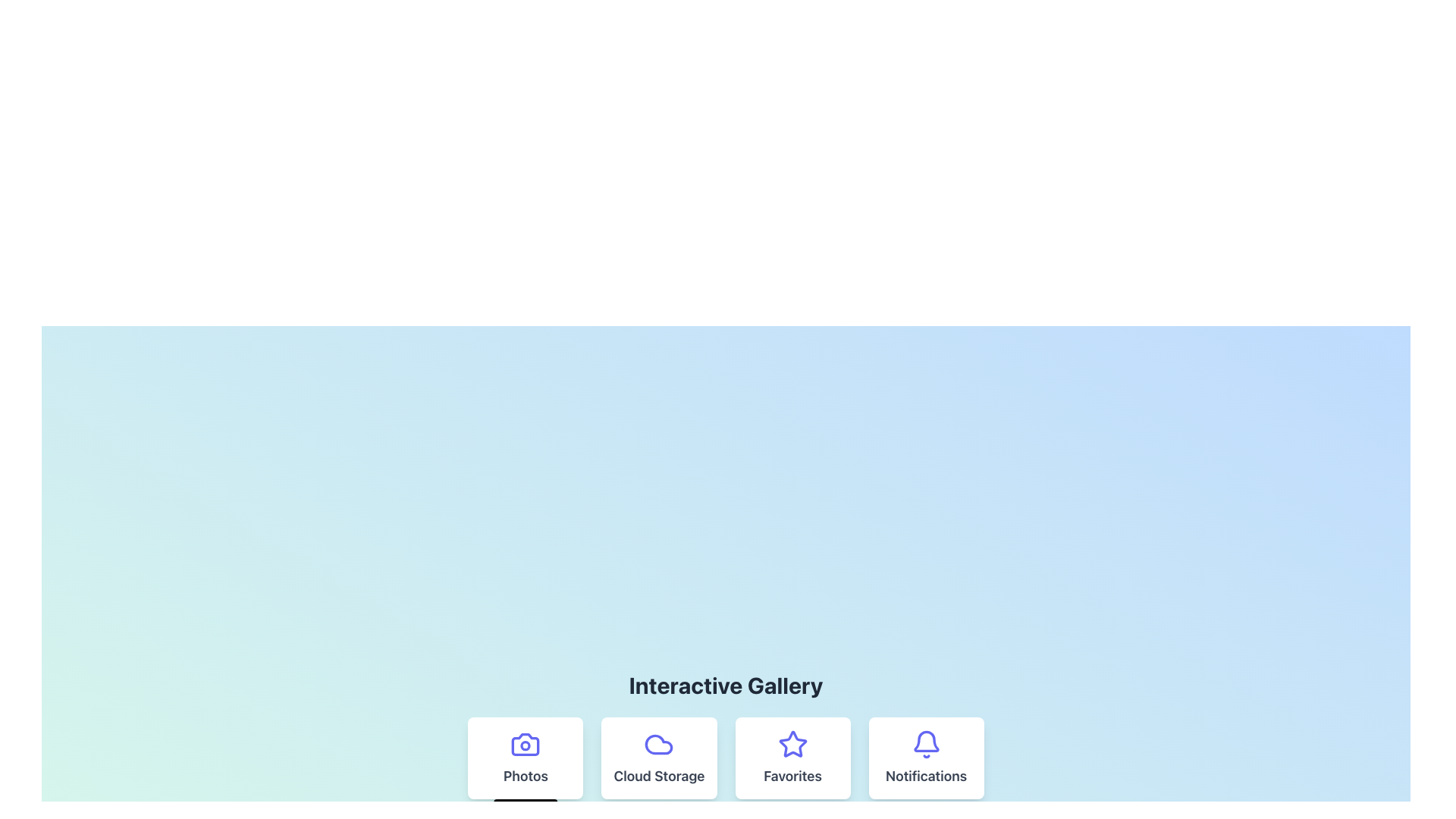  What do you see at coordinates (526, 744) in the screenshot?
I see `the camera icon, which is centered above the 'Photos' label within the first card of four similar cards` at bounding box center [526, 744].